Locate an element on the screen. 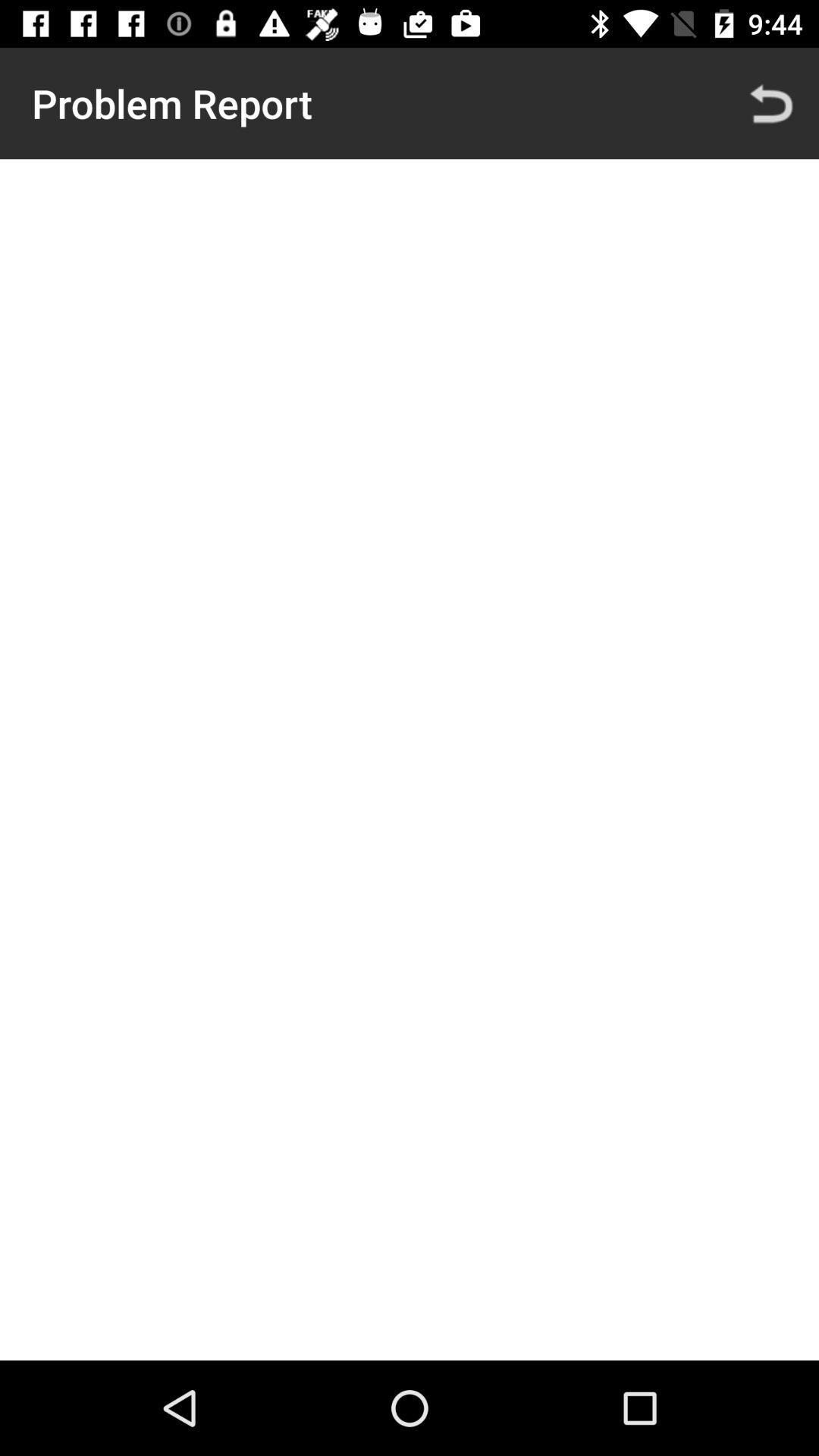  icon to the right of problem report is located at coordinates (771, 102).